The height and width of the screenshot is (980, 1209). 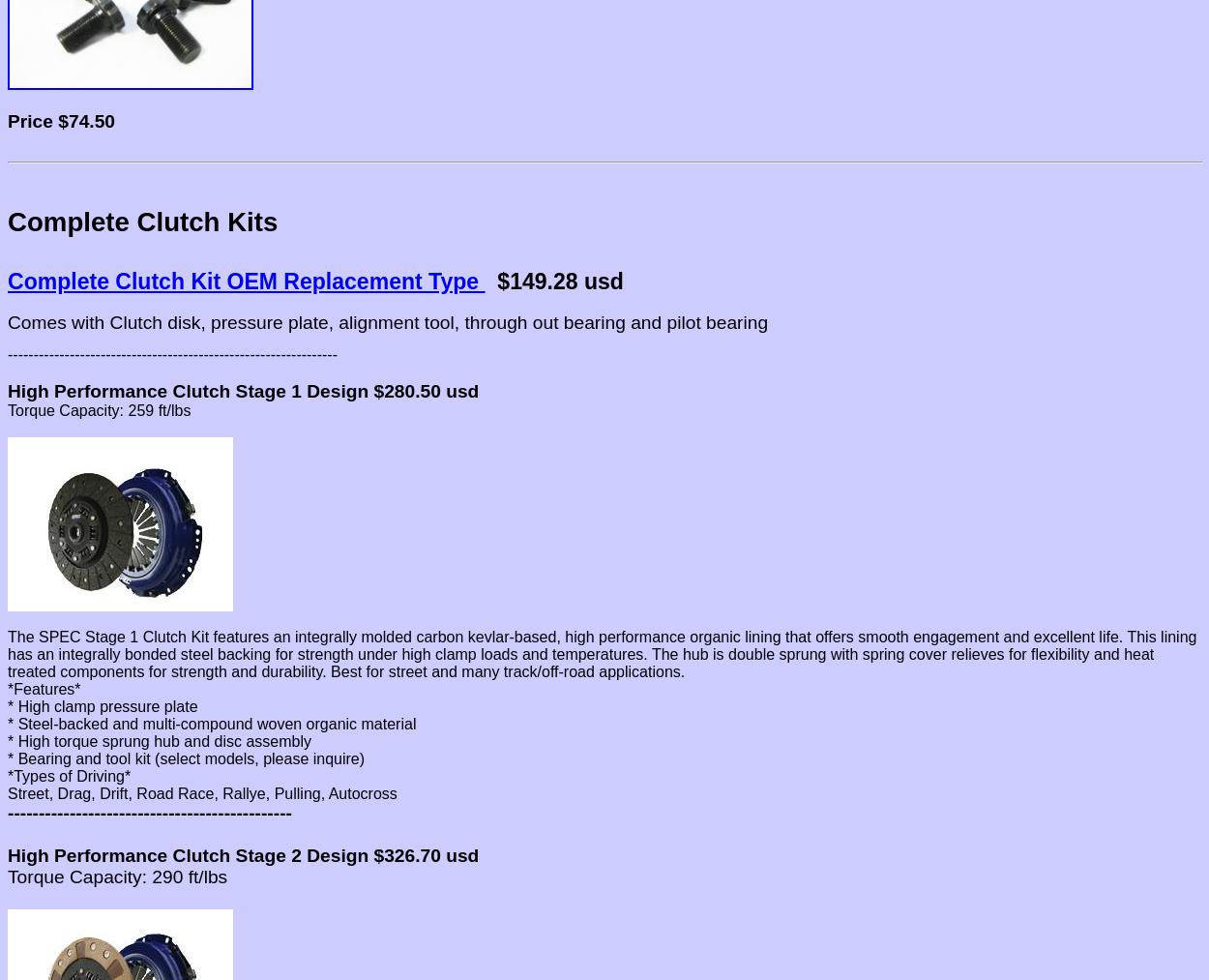 I want to click on '$149.28 usd', so click(x=485, y=281).